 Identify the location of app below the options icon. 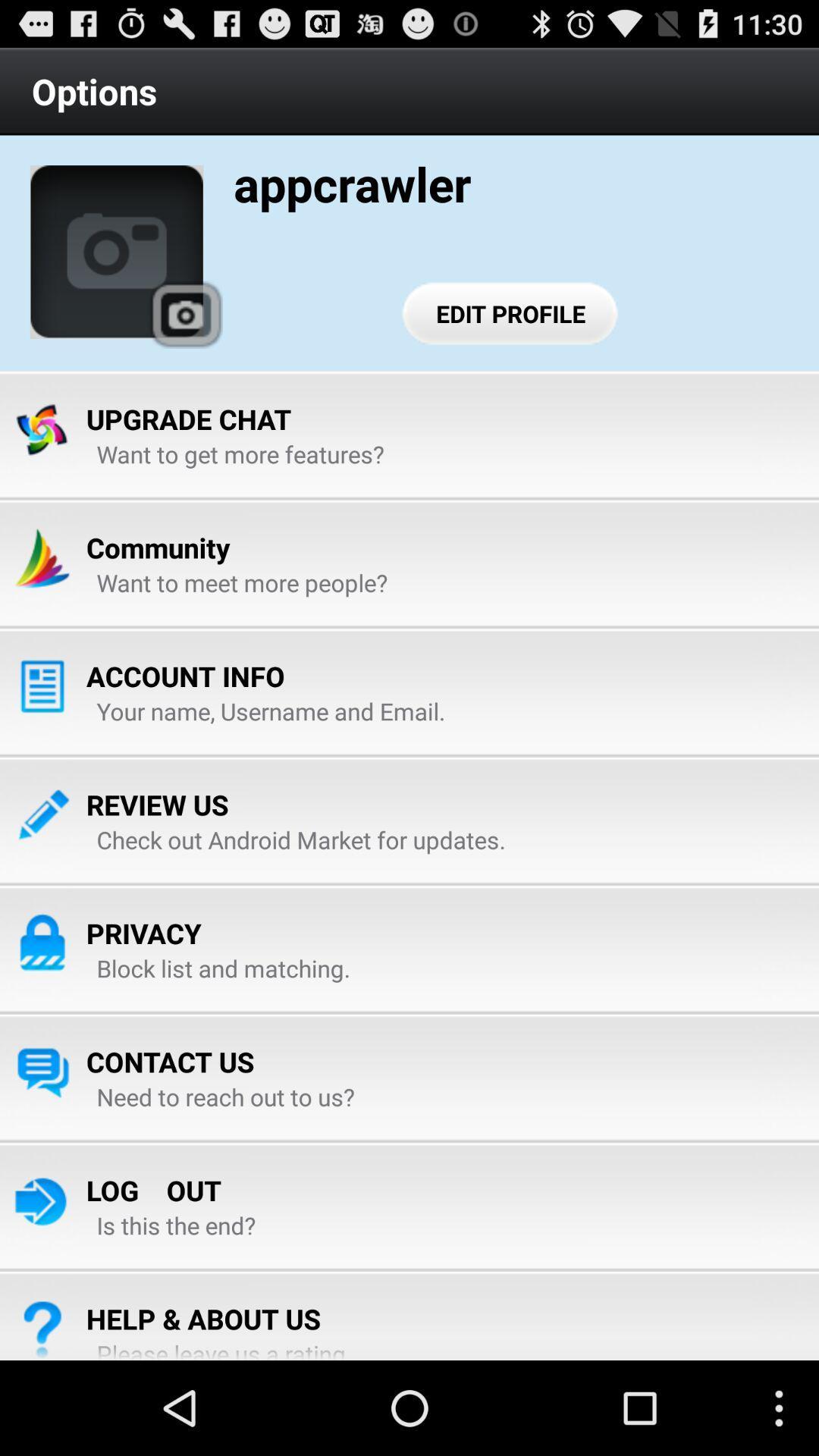
(185, 314).